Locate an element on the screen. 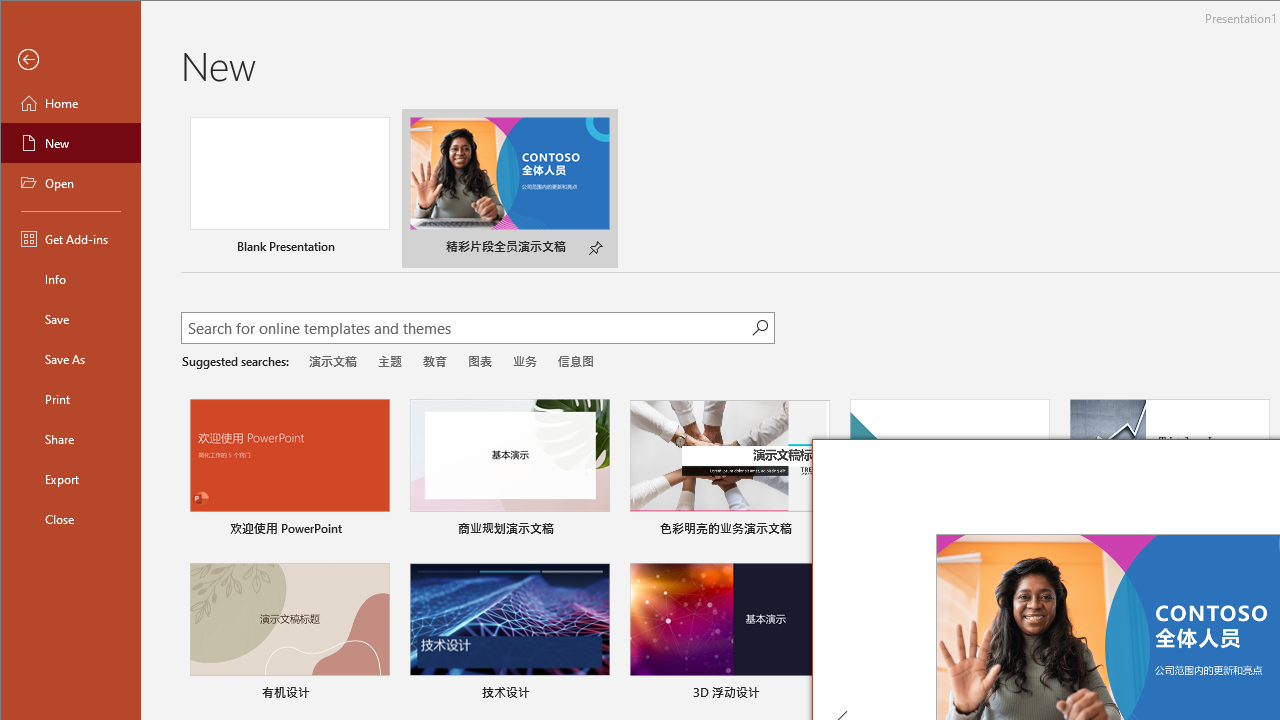 This screenshot has width=1280, height=720. 'Blank Presentation' is located at coordinates (288, 188).